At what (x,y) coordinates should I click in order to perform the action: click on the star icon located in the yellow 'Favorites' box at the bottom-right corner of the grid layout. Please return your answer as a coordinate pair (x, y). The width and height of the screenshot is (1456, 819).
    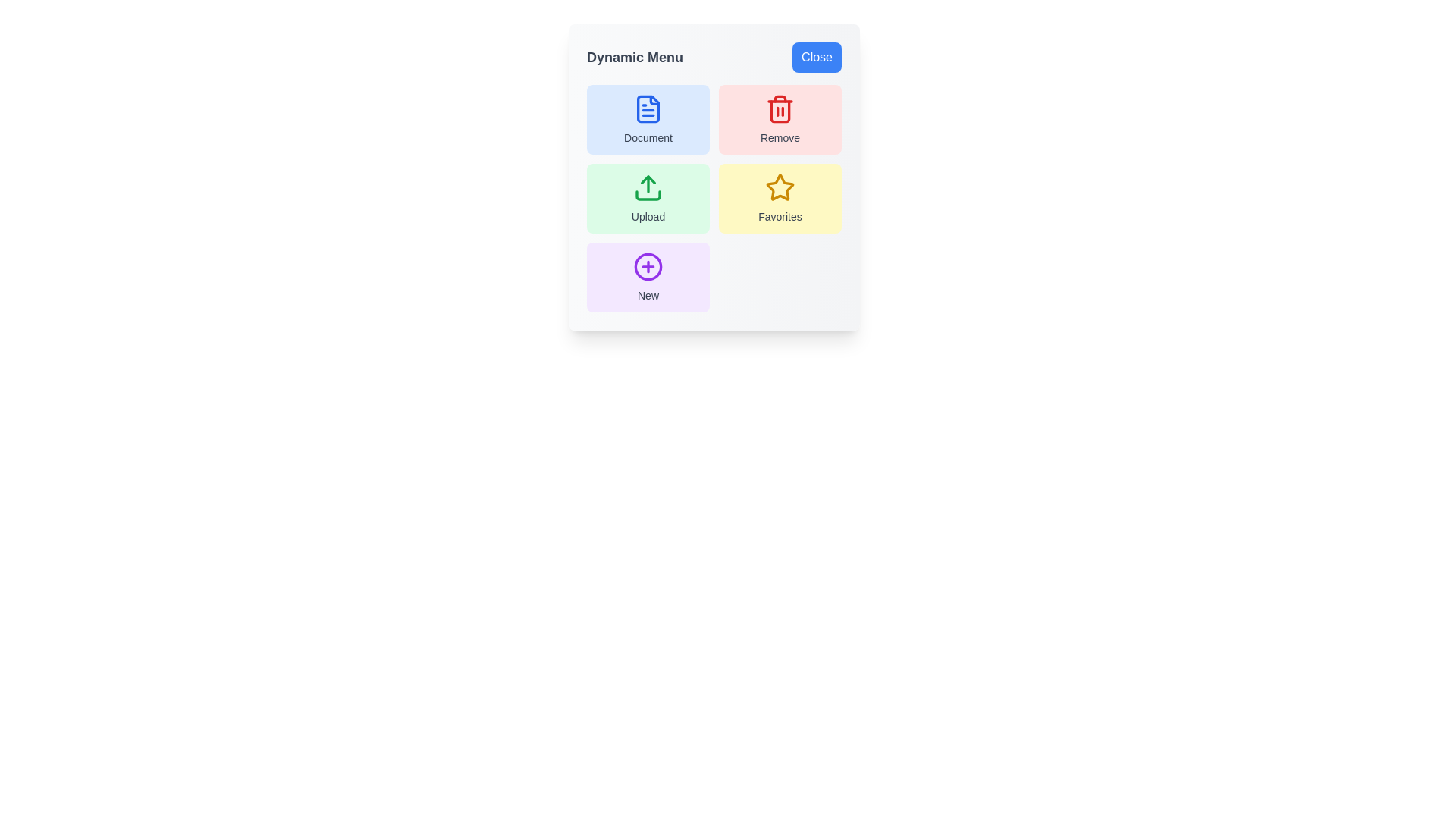
    Looking at the image, I should click on (780, 187).